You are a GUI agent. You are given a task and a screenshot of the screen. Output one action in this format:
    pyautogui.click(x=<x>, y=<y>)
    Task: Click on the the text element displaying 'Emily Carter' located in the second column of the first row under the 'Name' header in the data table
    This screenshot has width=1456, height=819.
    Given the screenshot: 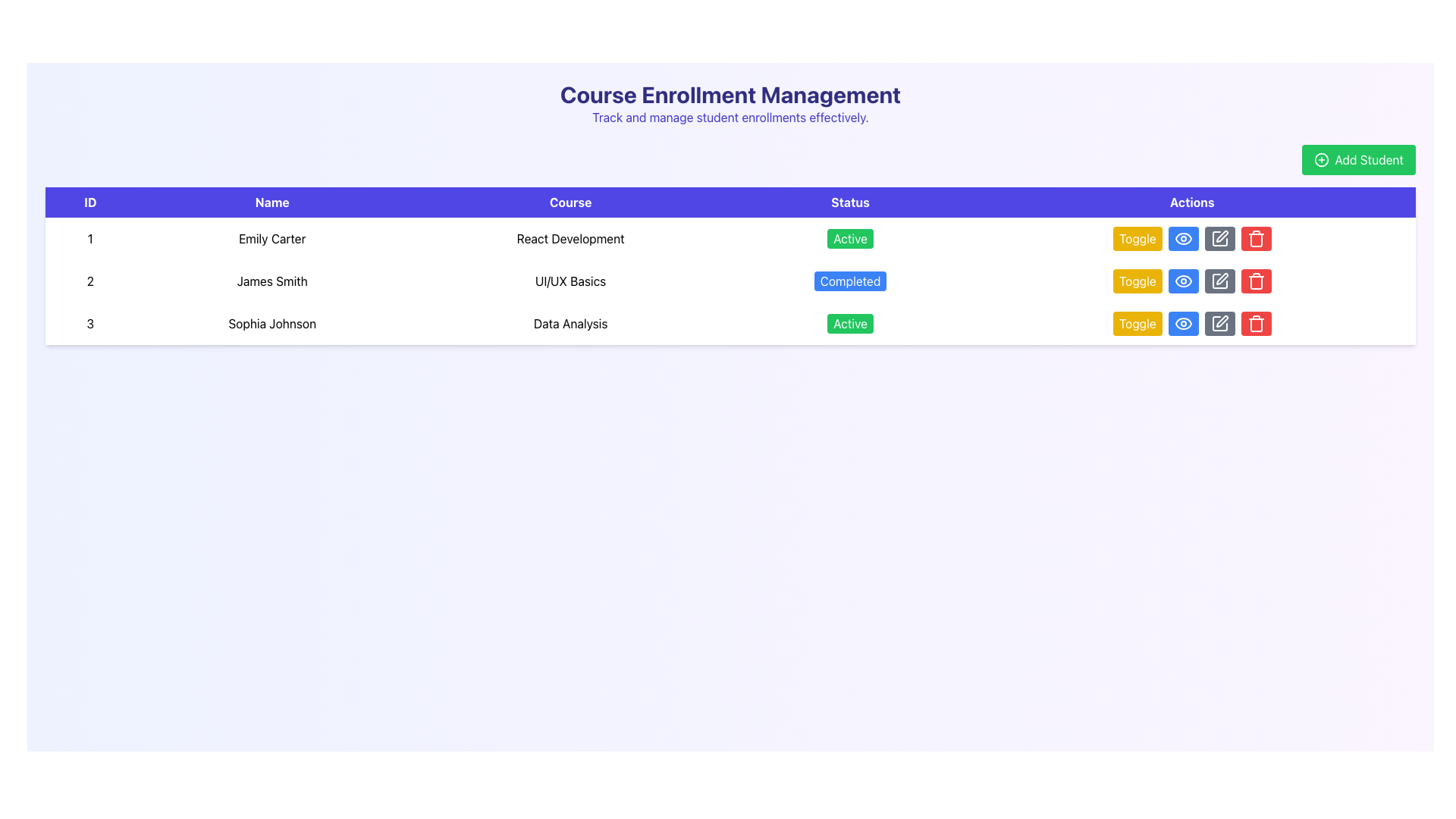 What is the action you would take?
    pyautogui.click(x=272, y=239)
    